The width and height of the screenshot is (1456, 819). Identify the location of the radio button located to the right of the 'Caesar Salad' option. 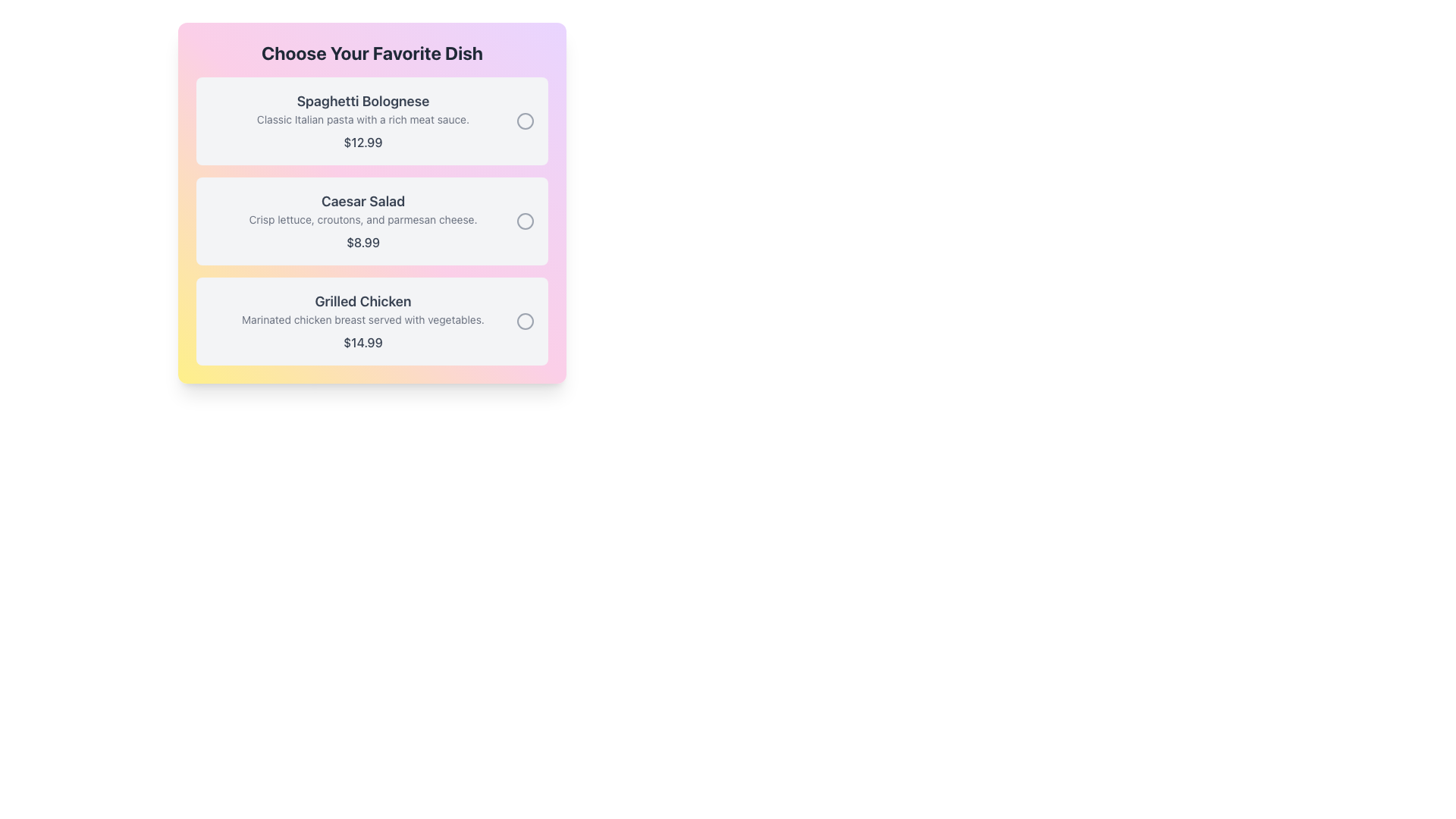
(525, 221).